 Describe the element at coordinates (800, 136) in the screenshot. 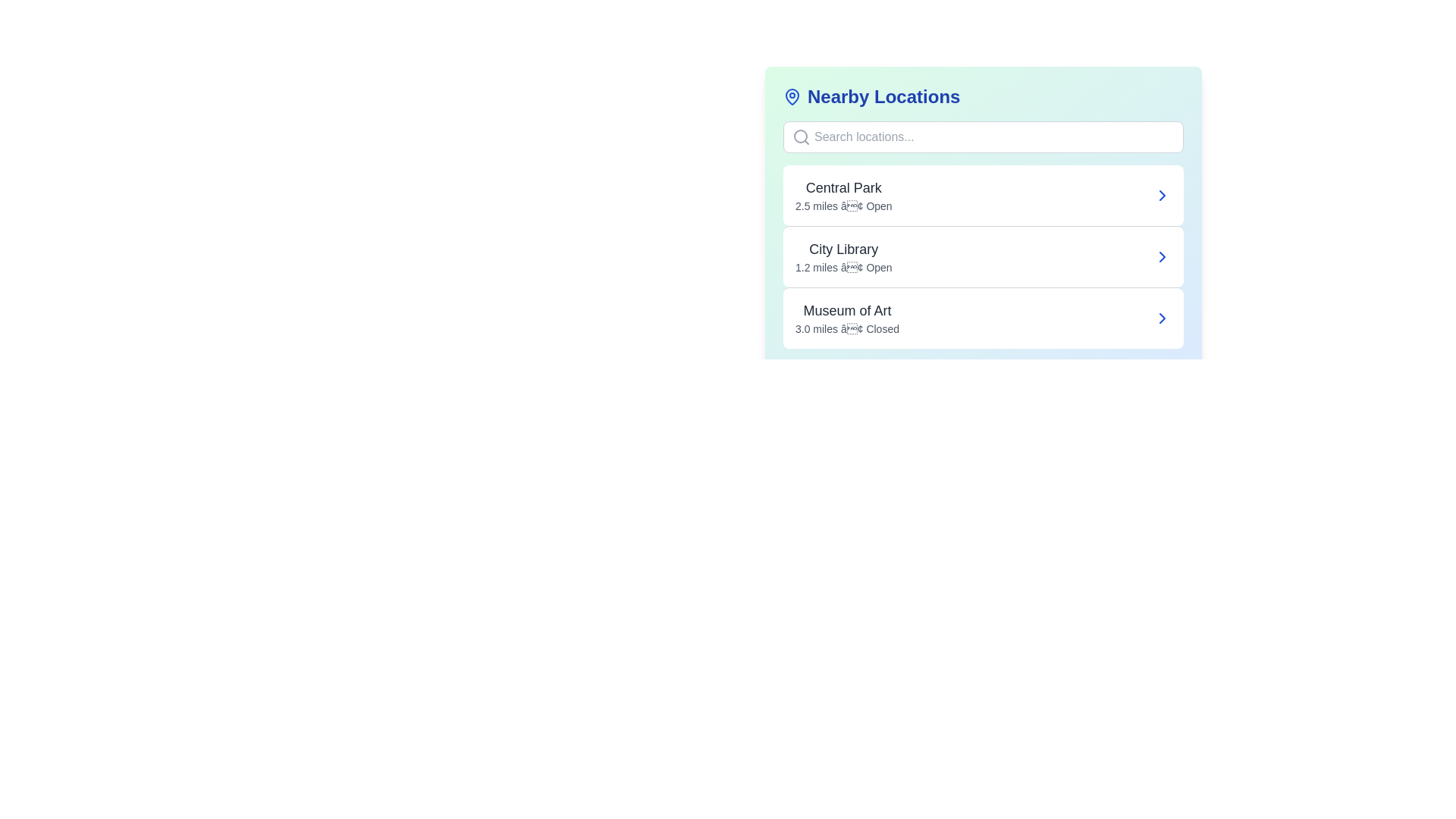

I see `the inner circular part of the magnifying glass icon located in the search bar near the top left corner of the 'Nearby Locations' panel` at that location.